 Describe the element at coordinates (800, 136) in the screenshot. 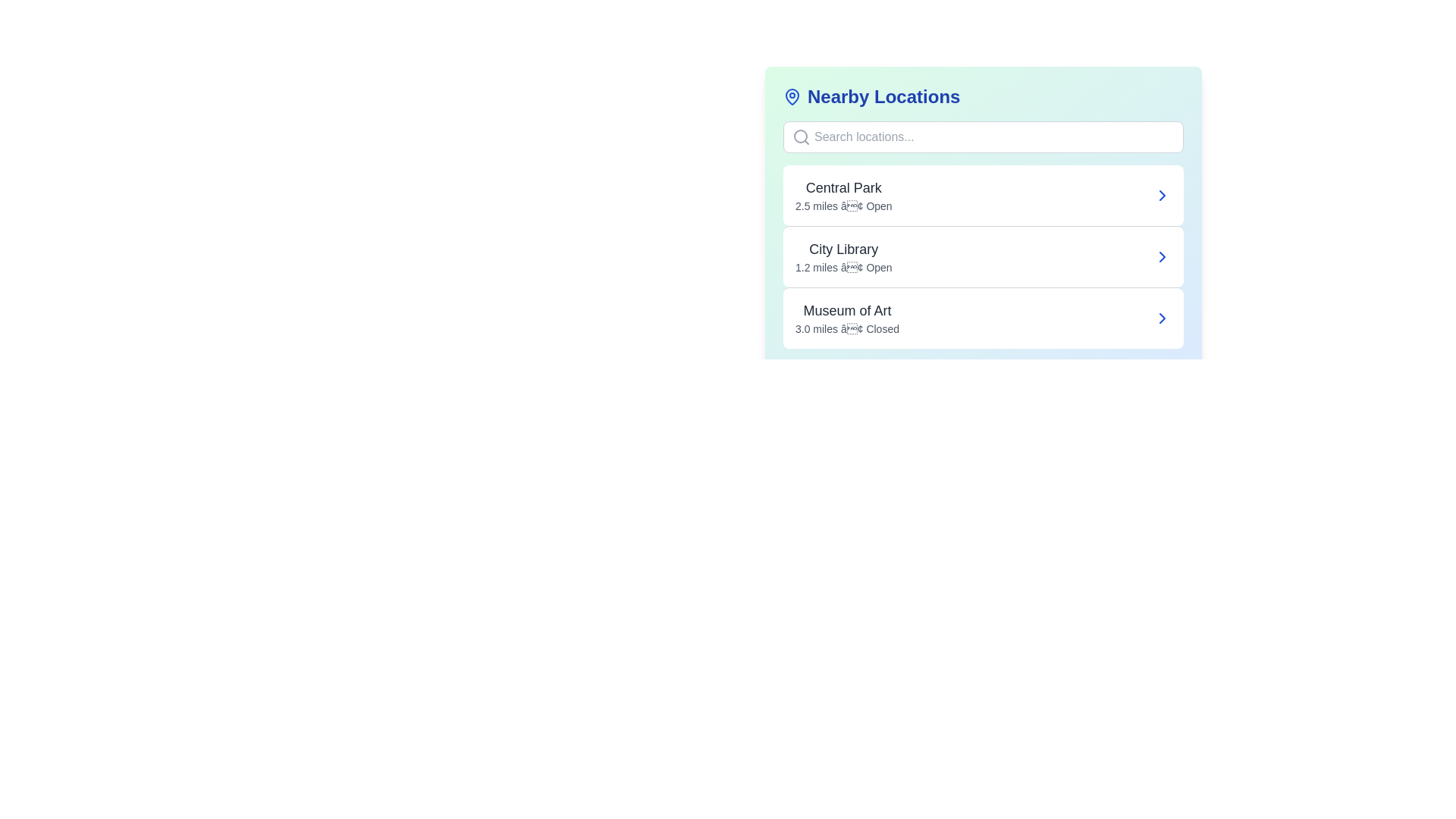

I see `the inner circular part of the magnifying glass icon located in the search bar near the top left corner of the 'Nearby Locations' panel` at that location.